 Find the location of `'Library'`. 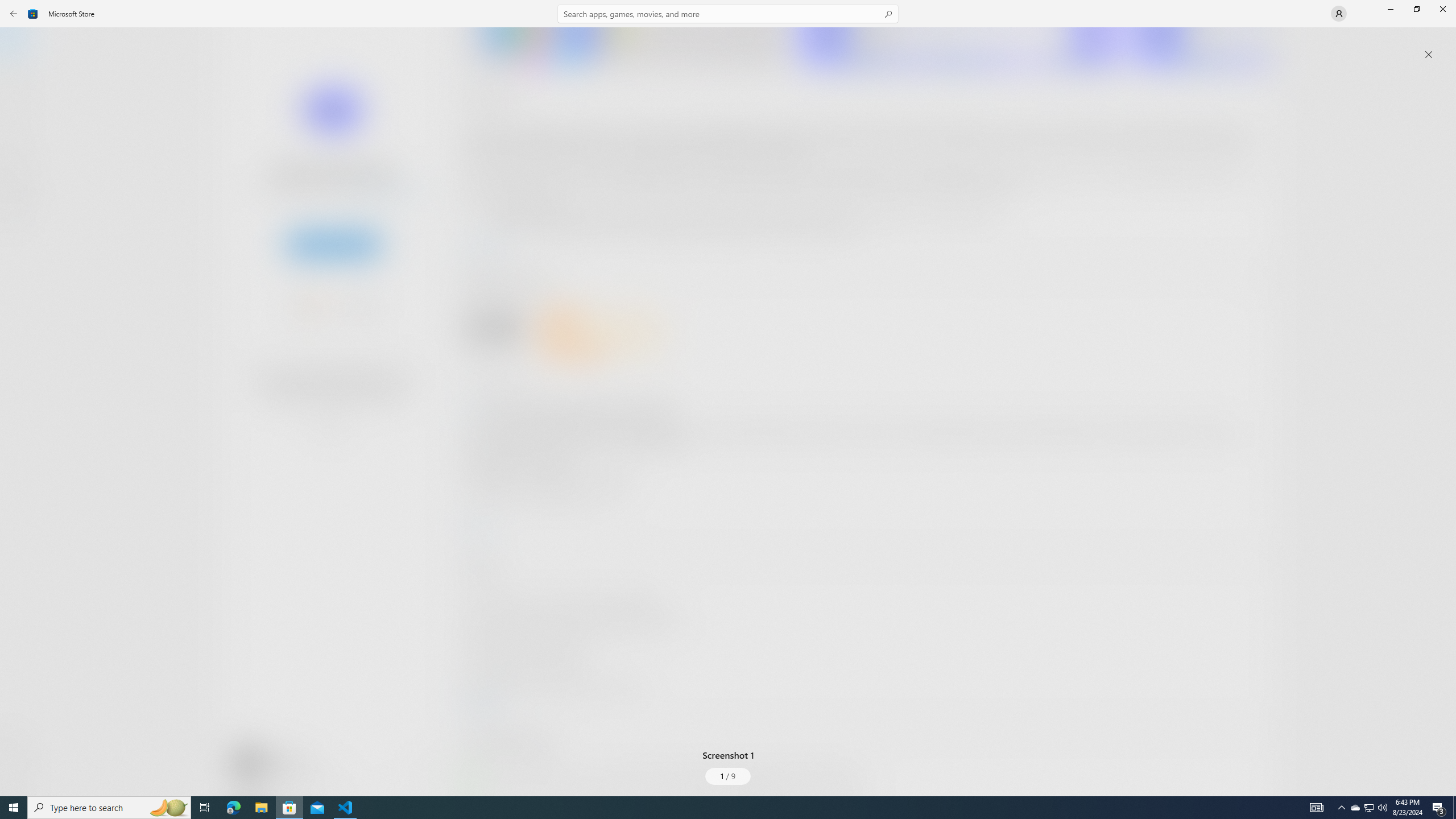

'Library' is located at coordinates (19, 773).